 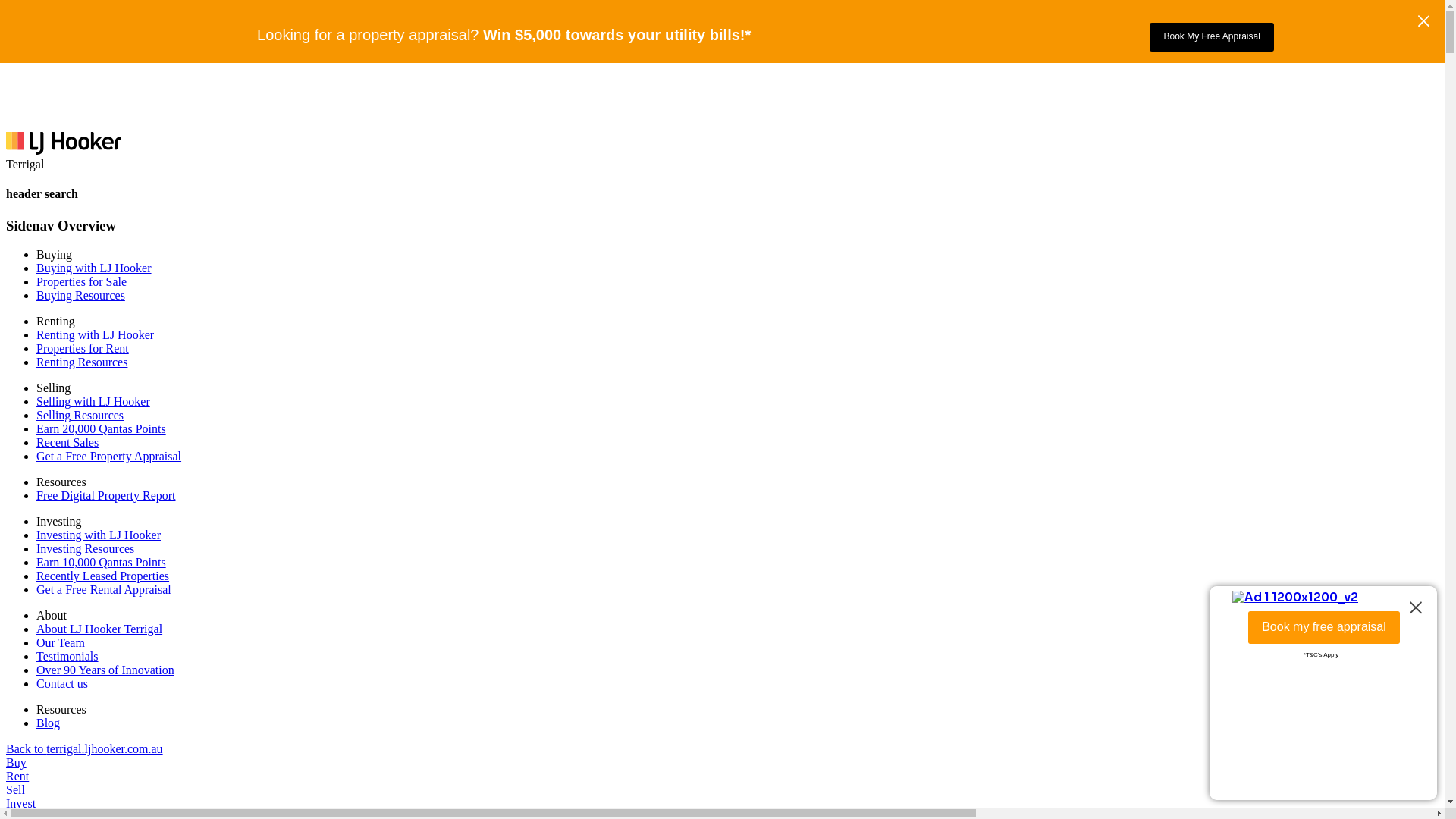 I want to click on 'Investing with LJ Hooker', so click(x=97, y=534).